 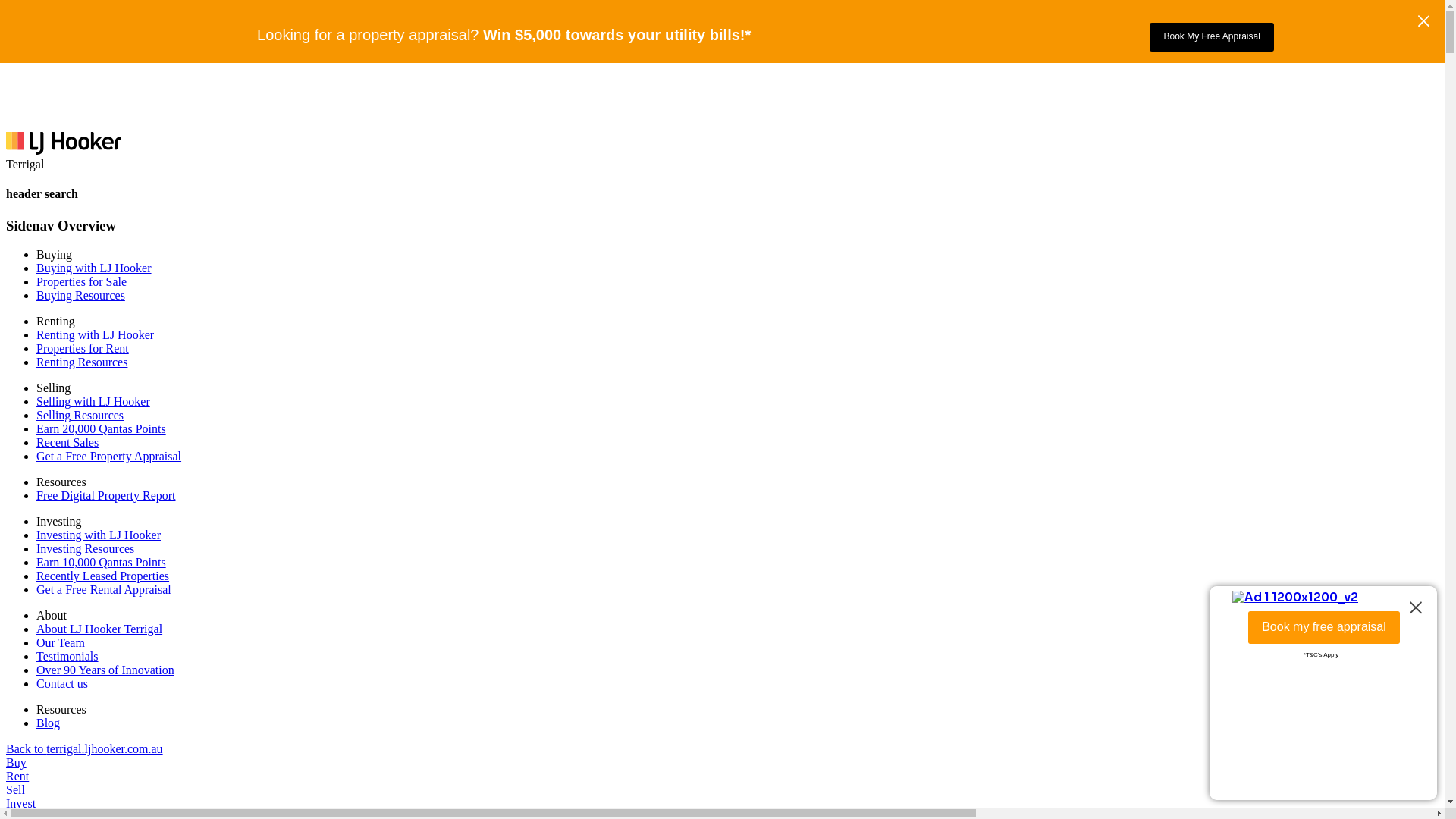 I want to click on 'Investing with LJ Hooker', so click(x=97, y=534).